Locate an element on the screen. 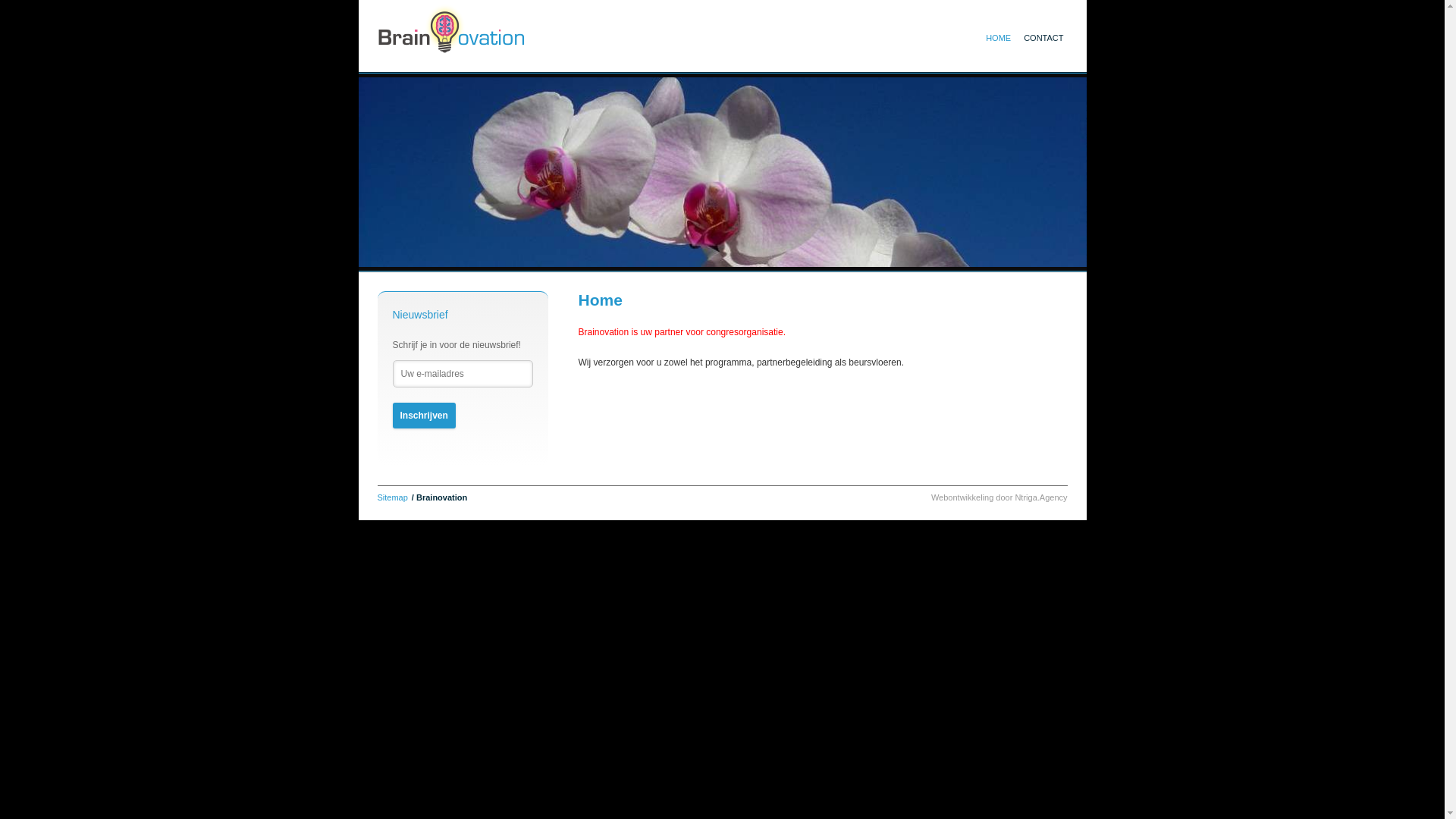 The height and width of the screenshot is (819, 1456). 'Webontwikkeling door' is located at coordinates (972, 497).